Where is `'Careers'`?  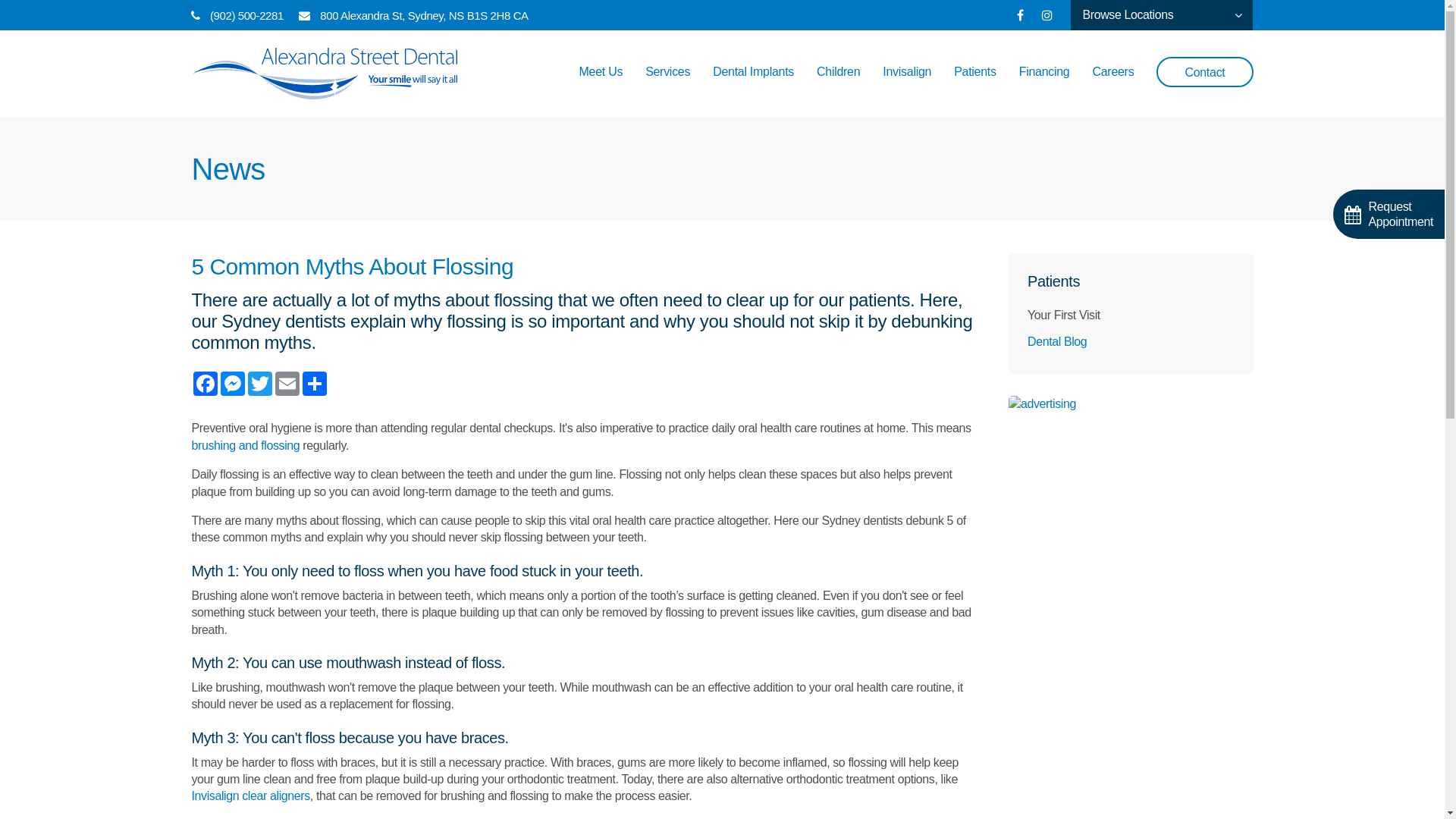
'Careers' is located at coordinates (1112, 87).